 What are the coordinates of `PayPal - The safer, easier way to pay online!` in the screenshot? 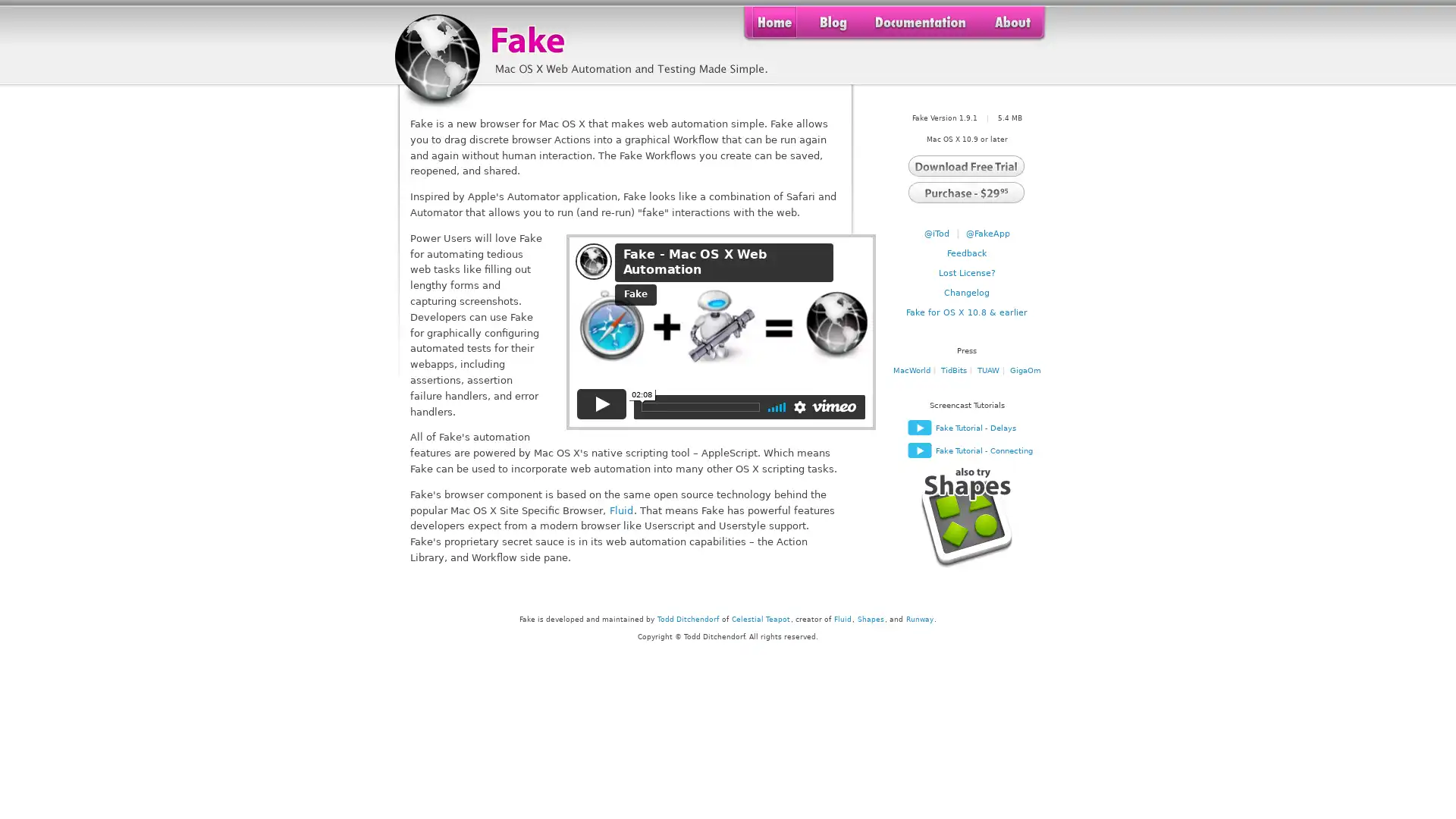 It's located at (965, 190).